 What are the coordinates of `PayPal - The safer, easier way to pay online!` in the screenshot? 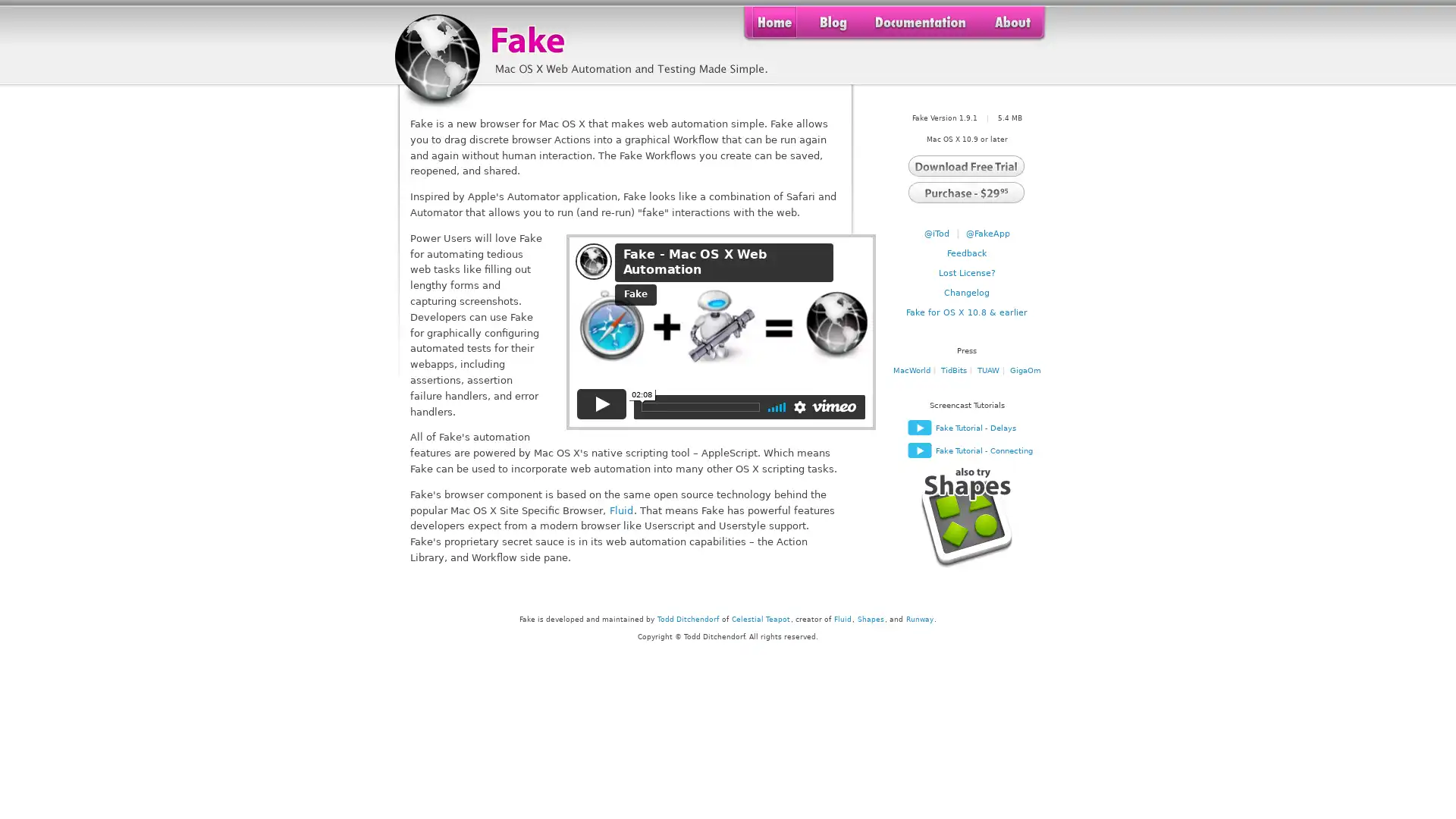 It's located at (965, 190).